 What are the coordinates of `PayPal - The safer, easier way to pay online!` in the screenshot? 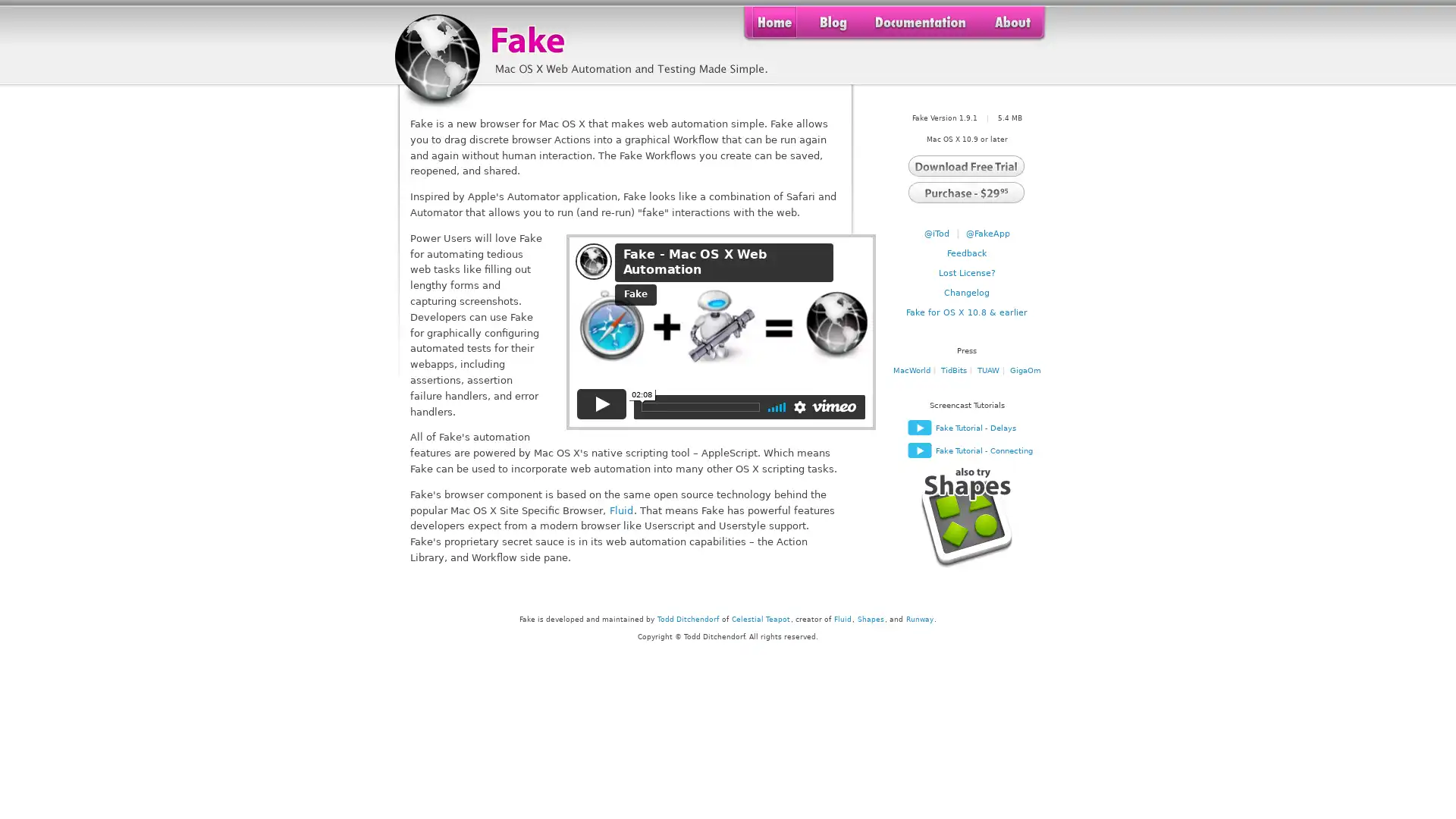 It's located at (965, 190).